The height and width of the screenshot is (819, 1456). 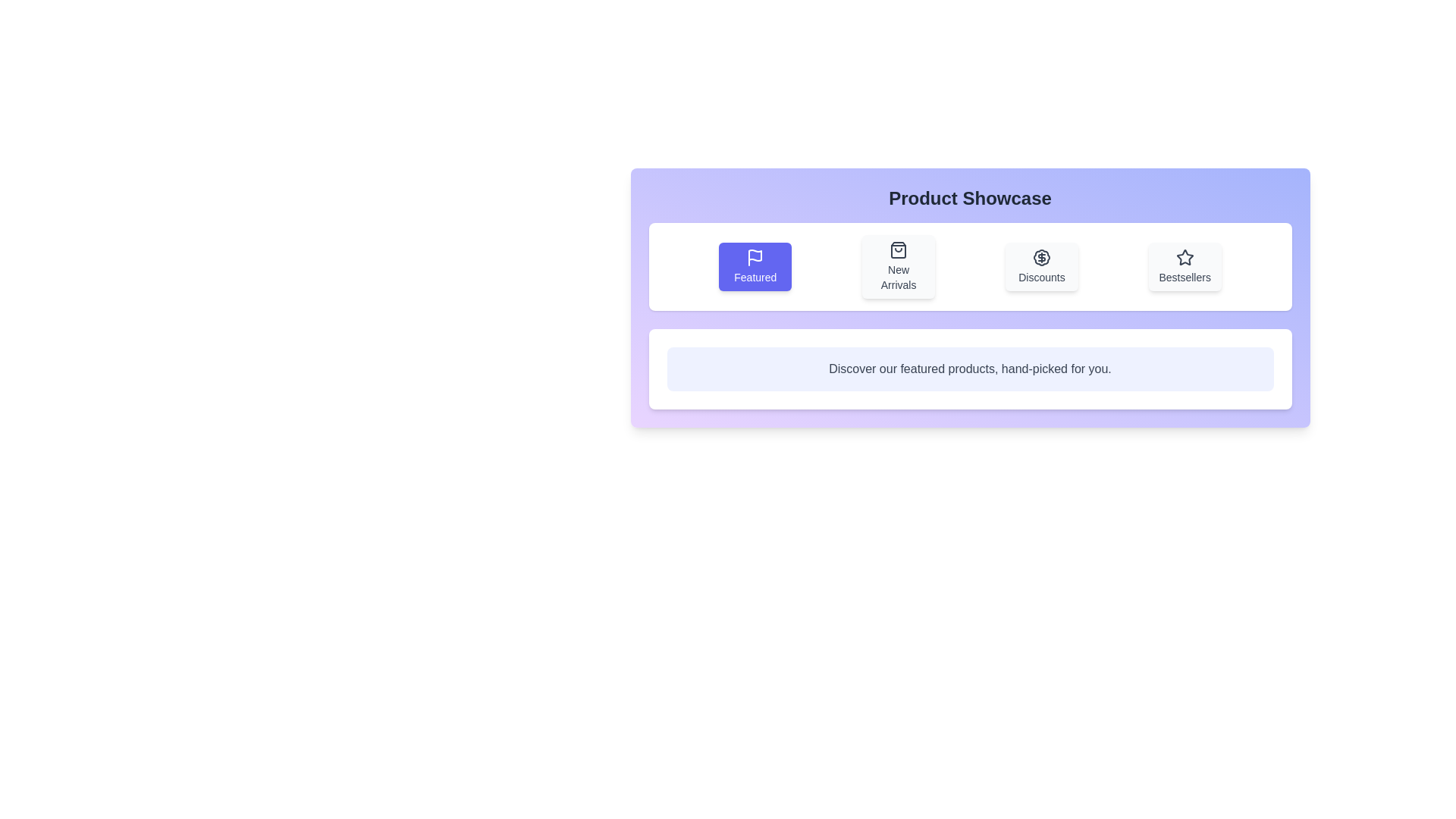 I want to click on the fourth button in the 'Product Showcase' section to activate visual feedback, so click(x=1184, y=265).